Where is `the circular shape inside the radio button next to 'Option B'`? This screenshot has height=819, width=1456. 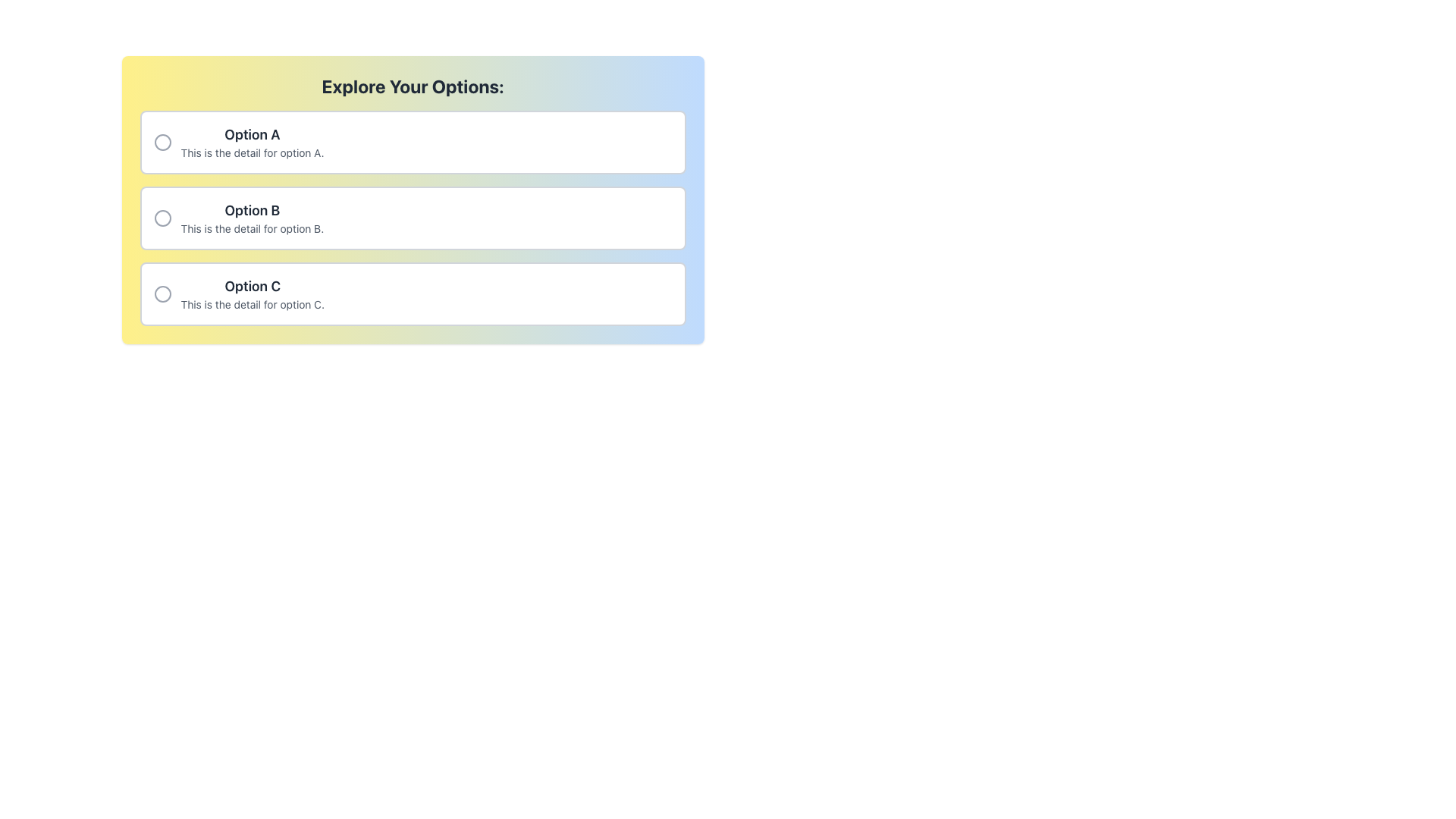
the circular shape inside the radio button next to 'Option B' is located at coordinates (162, 218).